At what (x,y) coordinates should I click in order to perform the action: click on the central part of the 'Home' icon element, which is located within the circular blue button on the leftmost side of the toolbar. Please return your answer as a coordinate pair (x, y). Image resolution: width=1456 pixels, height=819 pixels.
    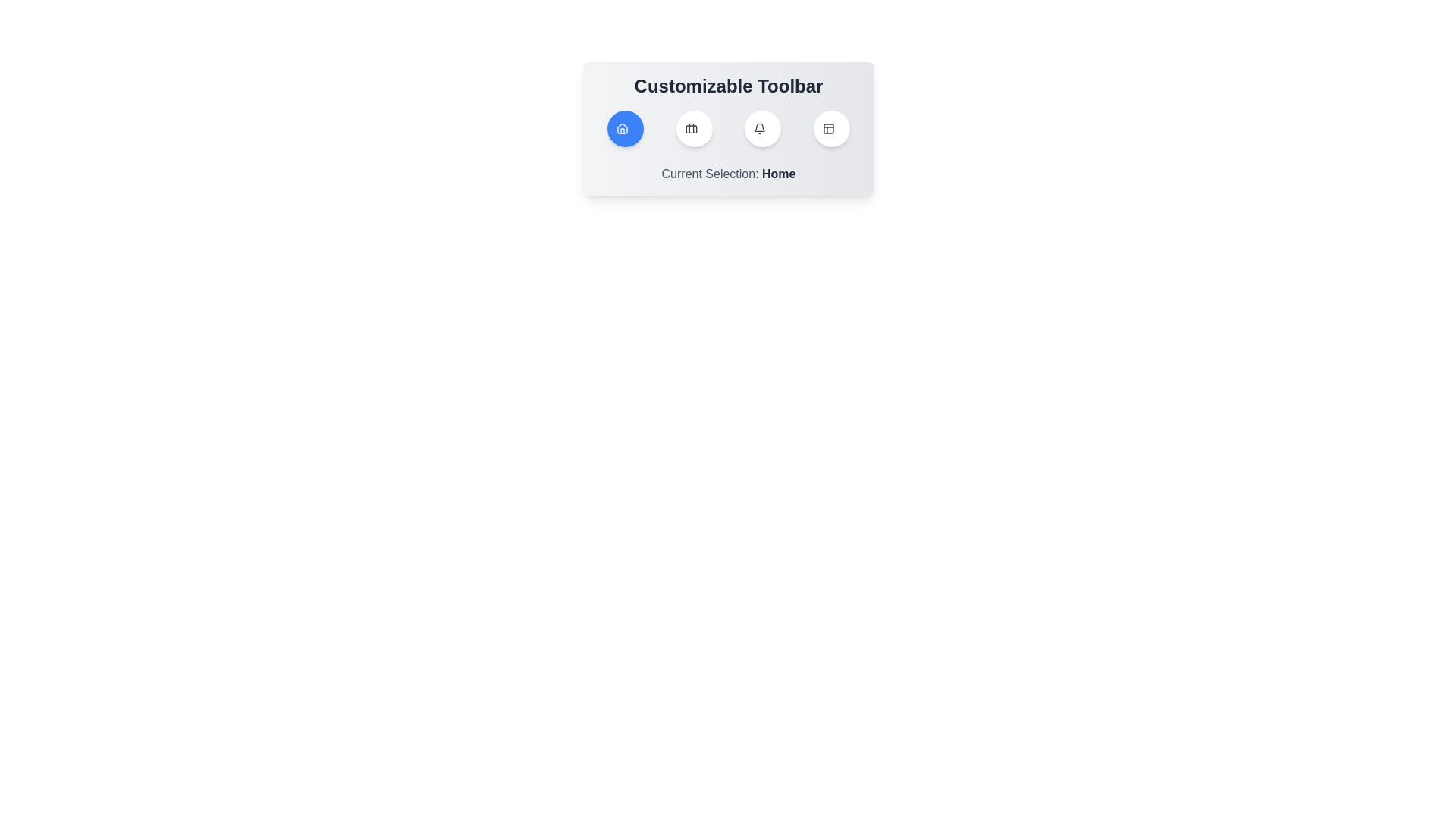
    Looking at the image, I should click on (622, 127).